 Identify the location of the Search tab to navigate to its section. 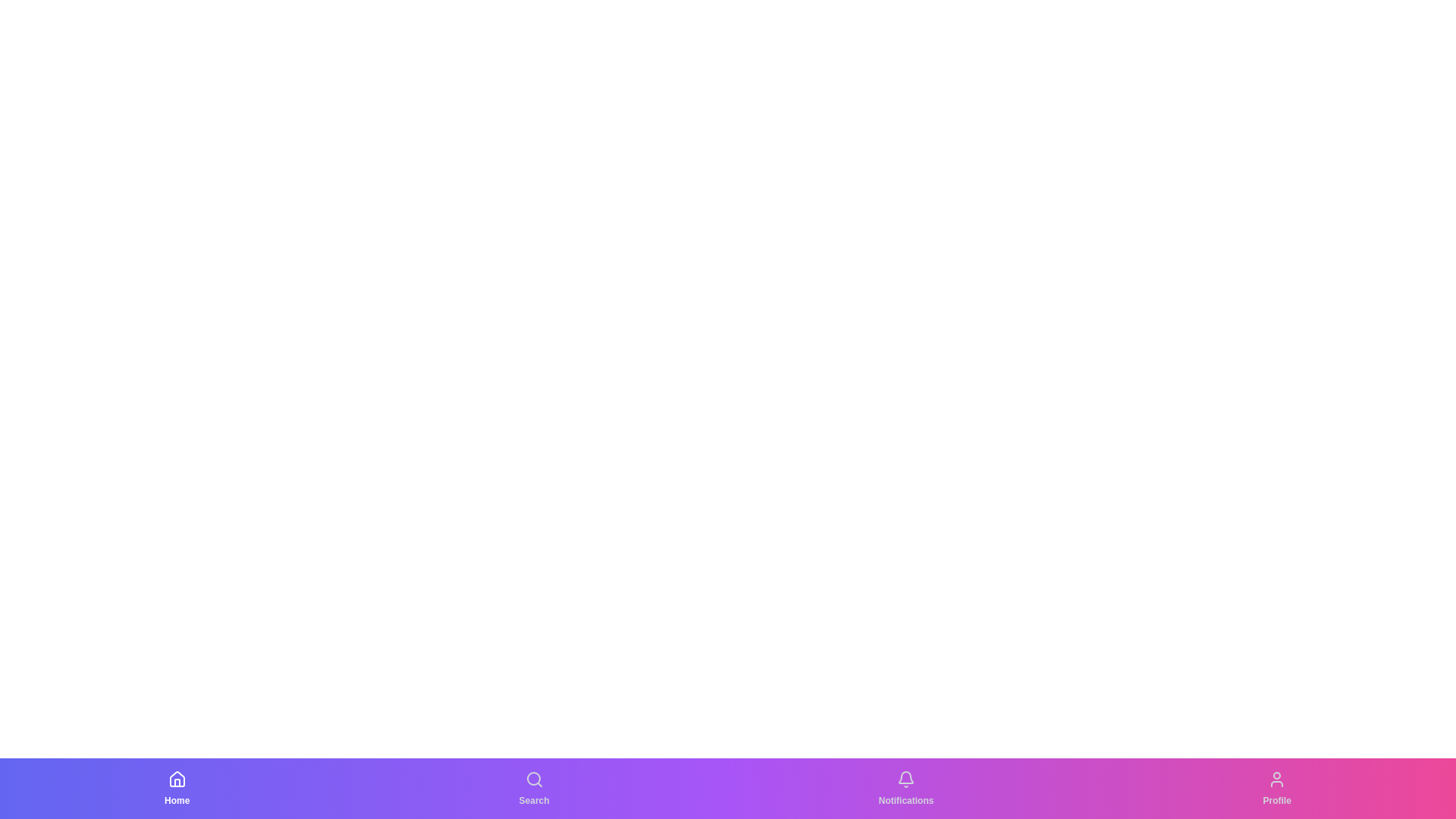
(534, 788).